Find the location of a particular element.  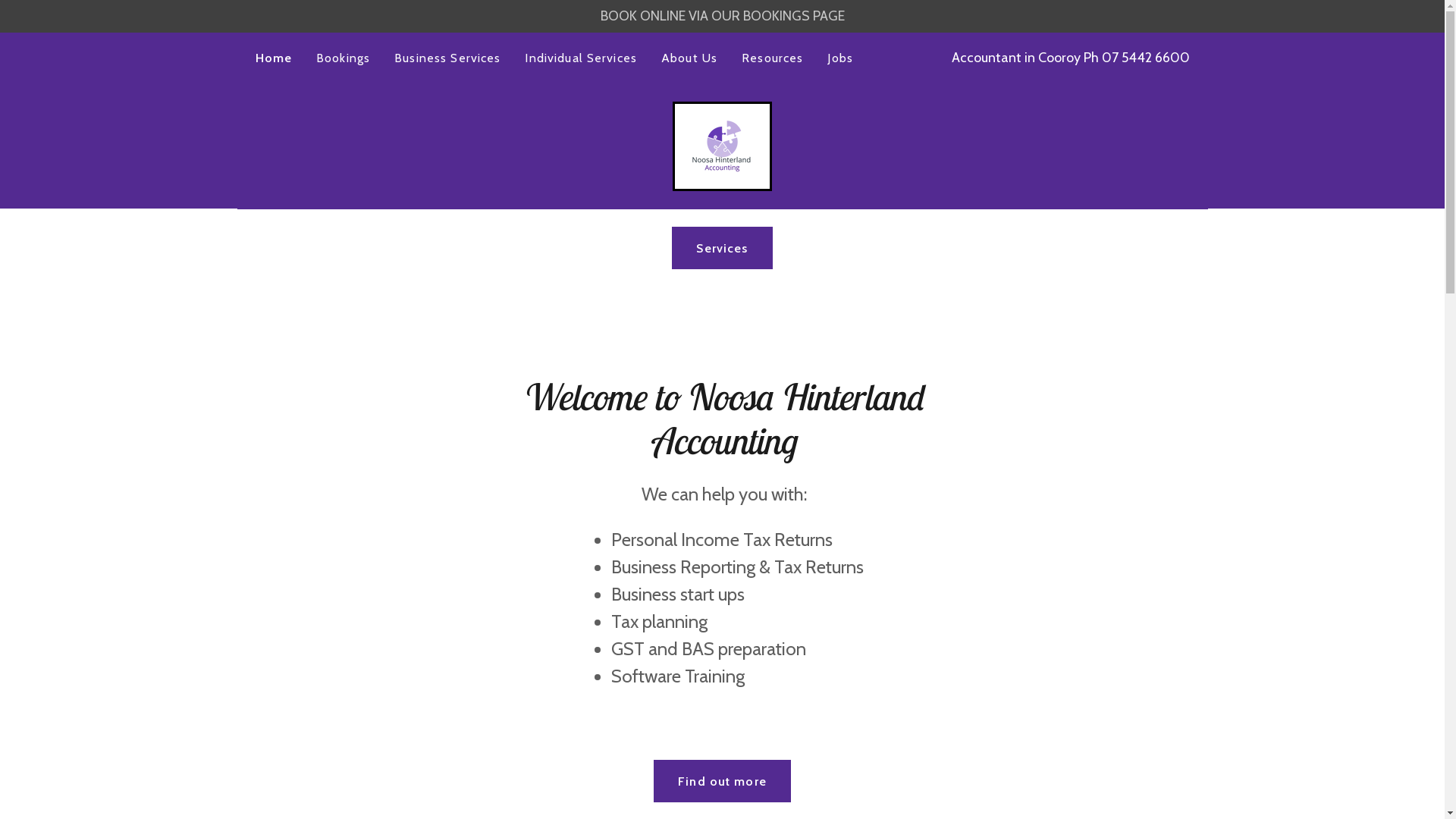

'07 5442 6600' is located at coordinates (1145, 57).